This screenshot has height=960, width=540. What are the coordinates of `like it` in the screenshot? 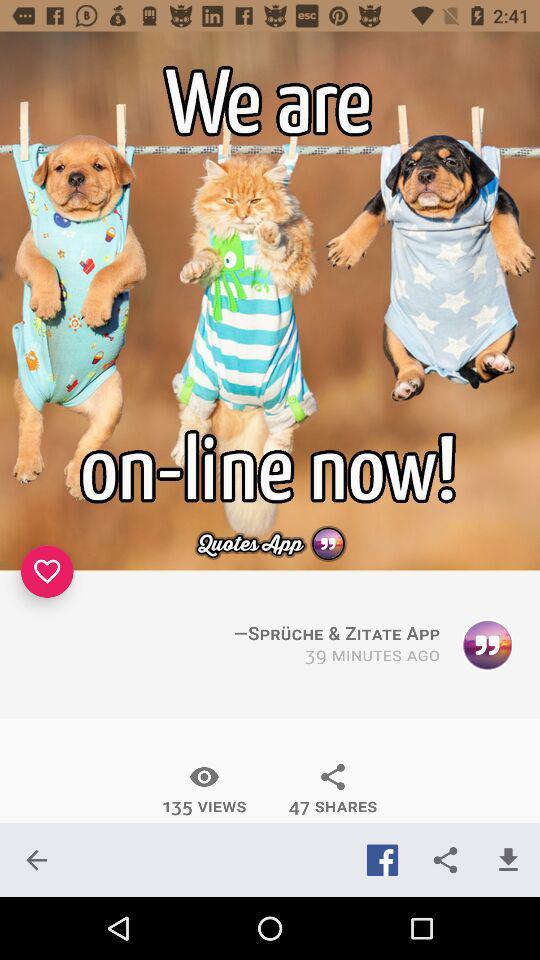 It's located at (47, 571).